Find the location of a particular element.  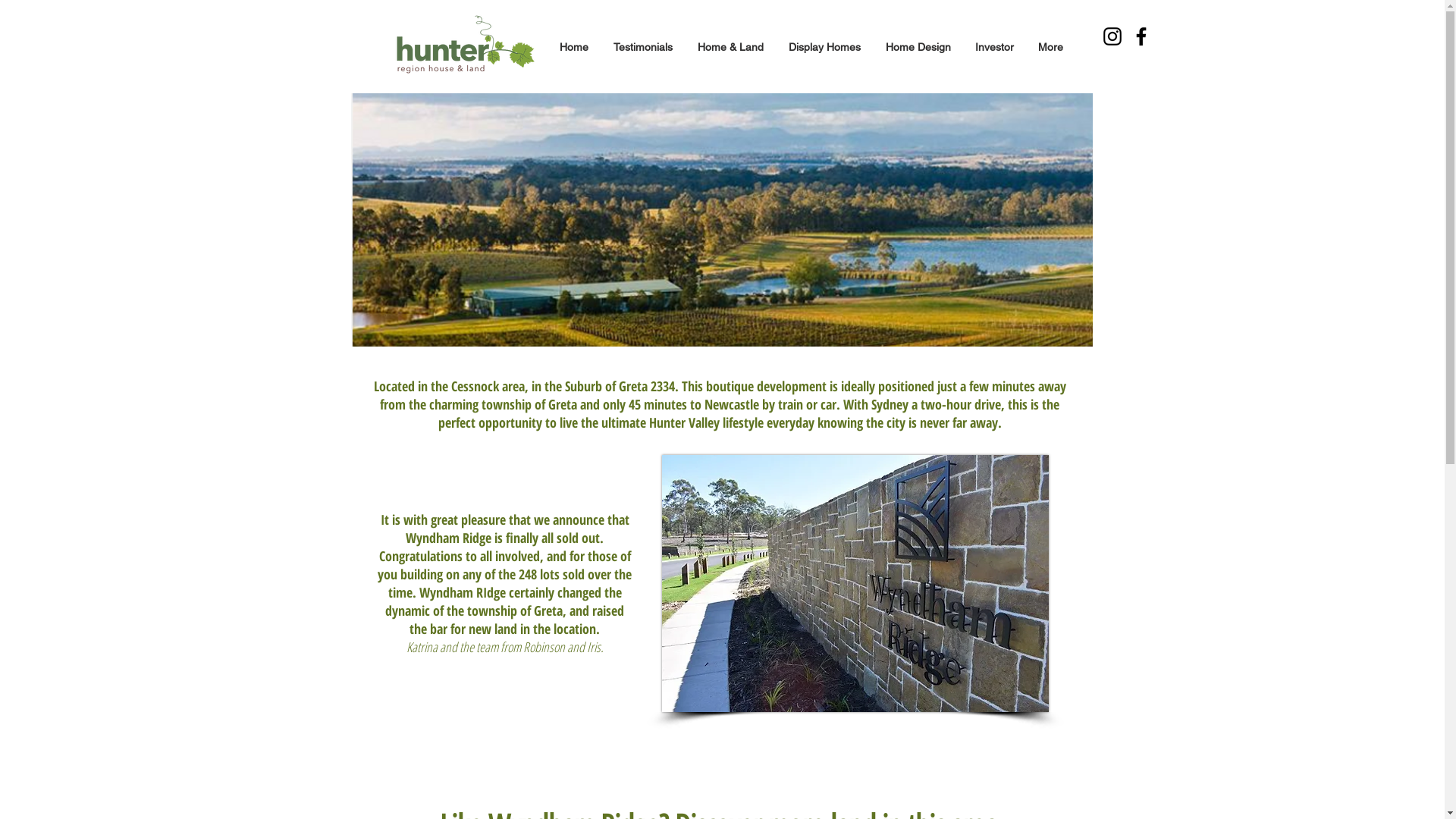

'Display Homes' is located at coordinates (824, 45).